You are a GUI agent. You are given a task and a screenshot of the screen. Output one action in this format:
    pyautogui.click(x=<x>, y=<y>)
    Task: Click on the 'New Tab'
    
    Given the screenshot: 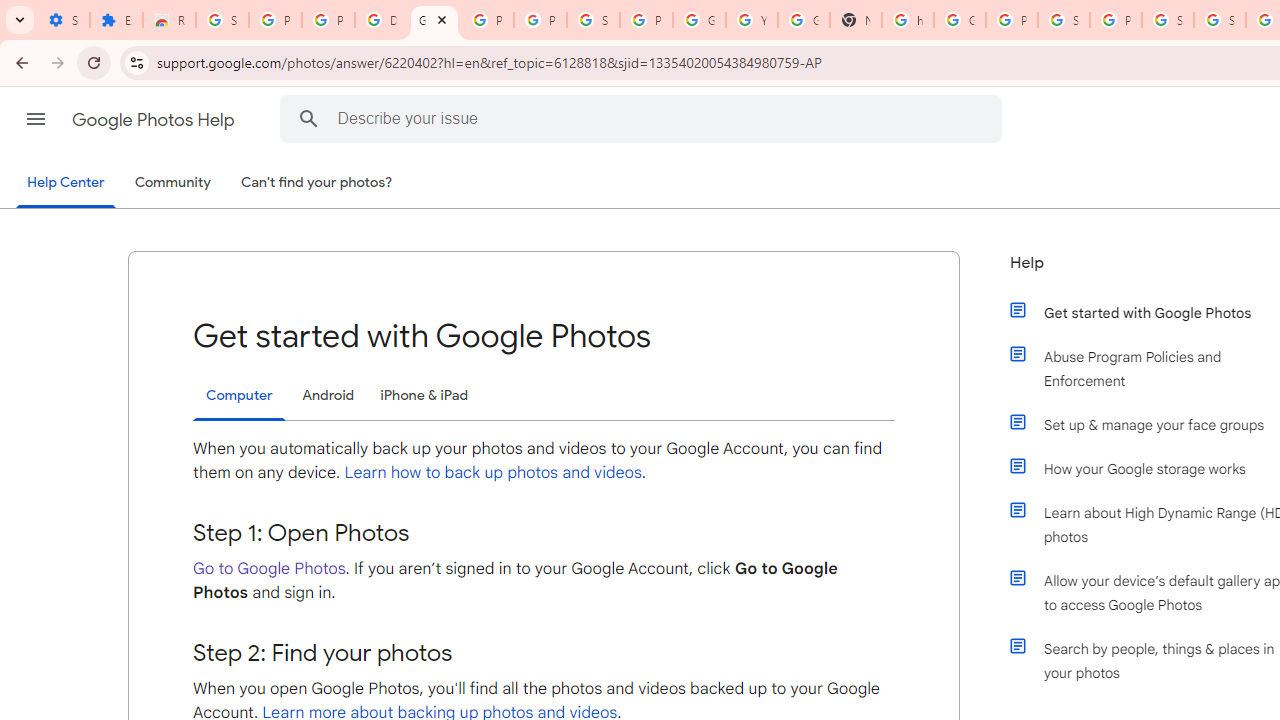 What is the action you would take?
    pyautogui.click(x=855, y=20)
    